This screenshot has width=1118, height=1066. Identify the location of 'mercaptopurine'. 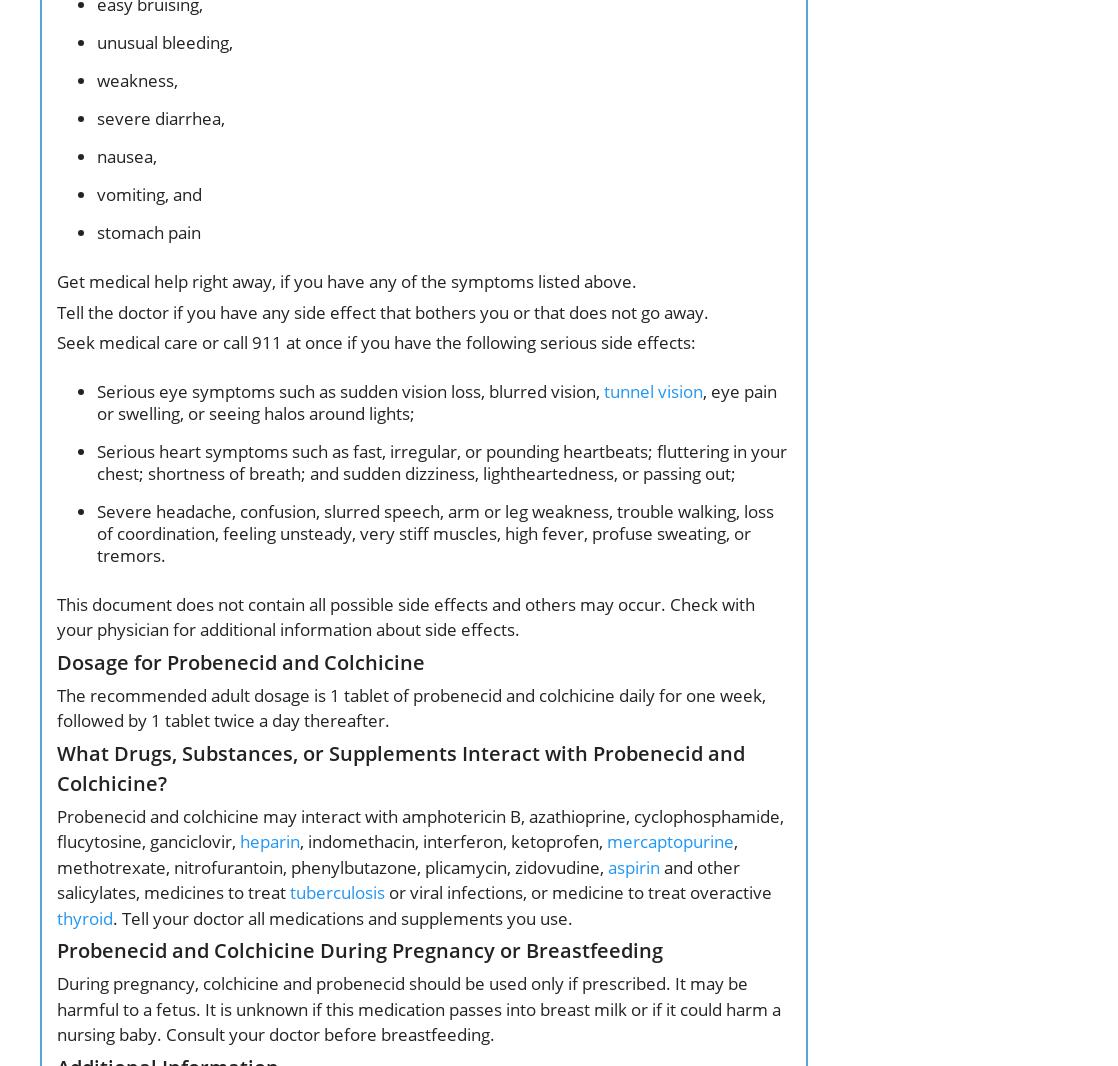
(670, 841).